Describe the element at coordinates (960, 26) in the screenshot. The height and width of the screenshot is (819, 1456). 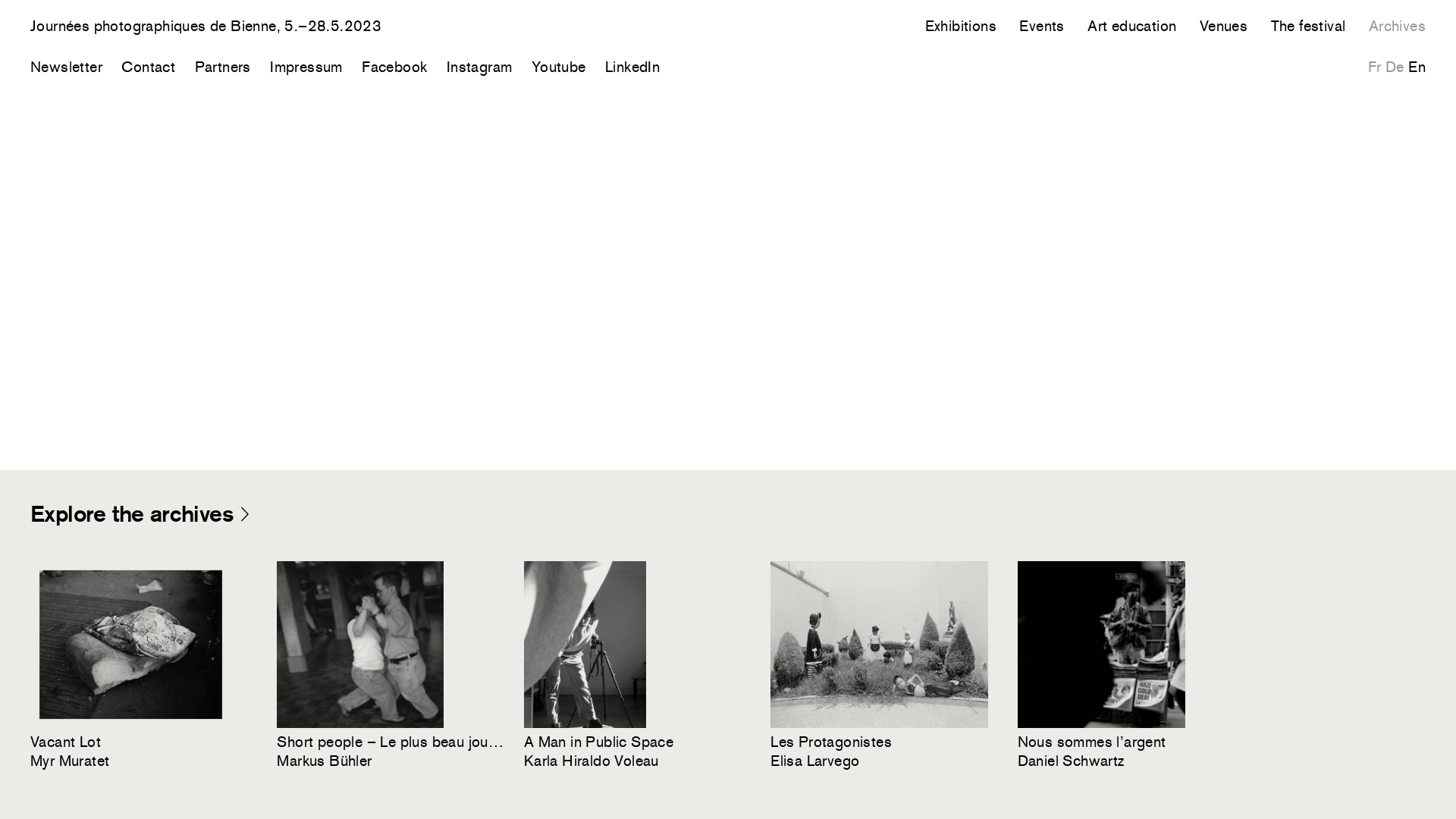
I see `'Exhibitions'` at that location.